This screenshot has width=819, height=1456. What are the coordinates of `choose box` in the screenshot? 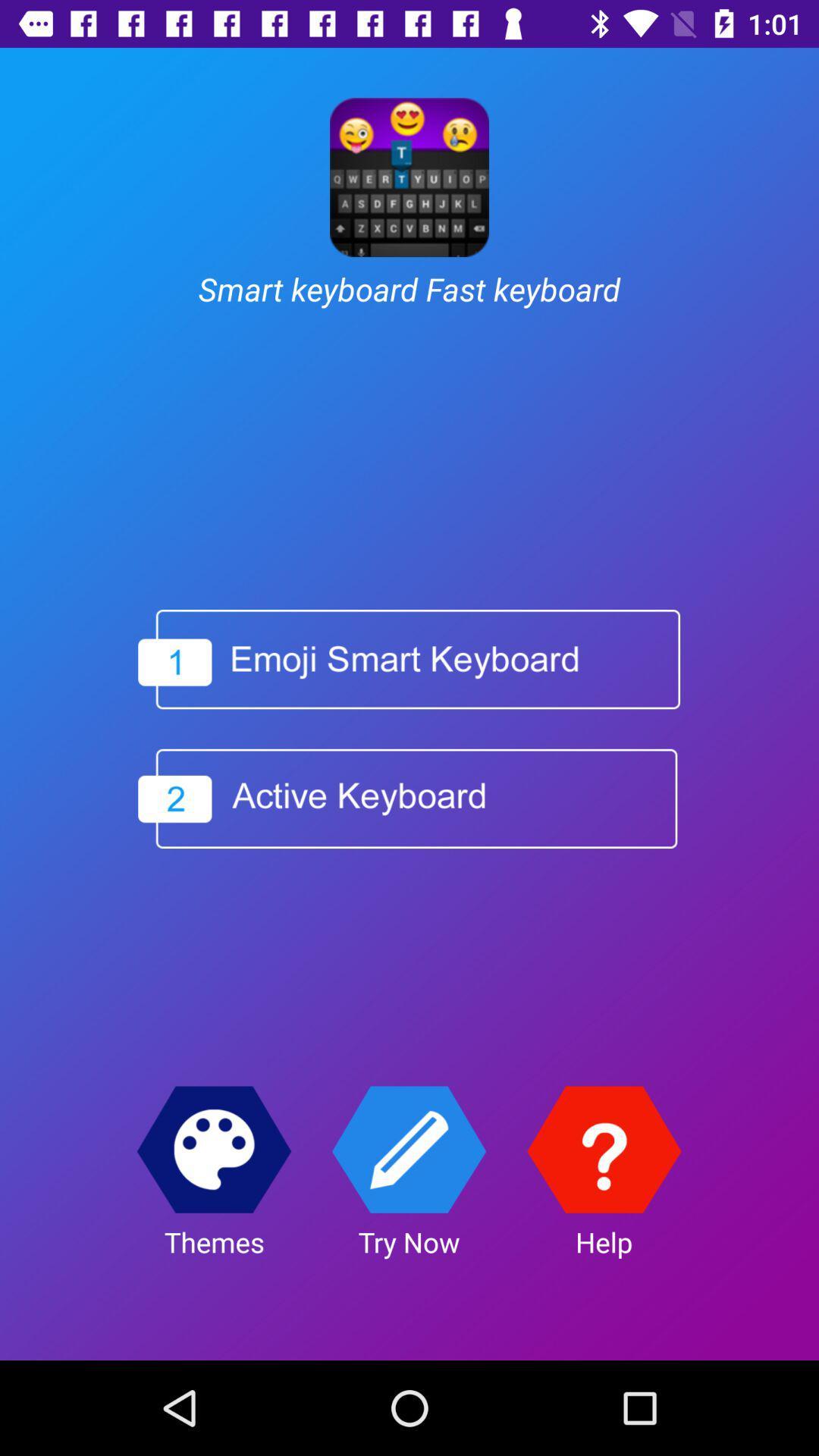 It's located at (406, 798).